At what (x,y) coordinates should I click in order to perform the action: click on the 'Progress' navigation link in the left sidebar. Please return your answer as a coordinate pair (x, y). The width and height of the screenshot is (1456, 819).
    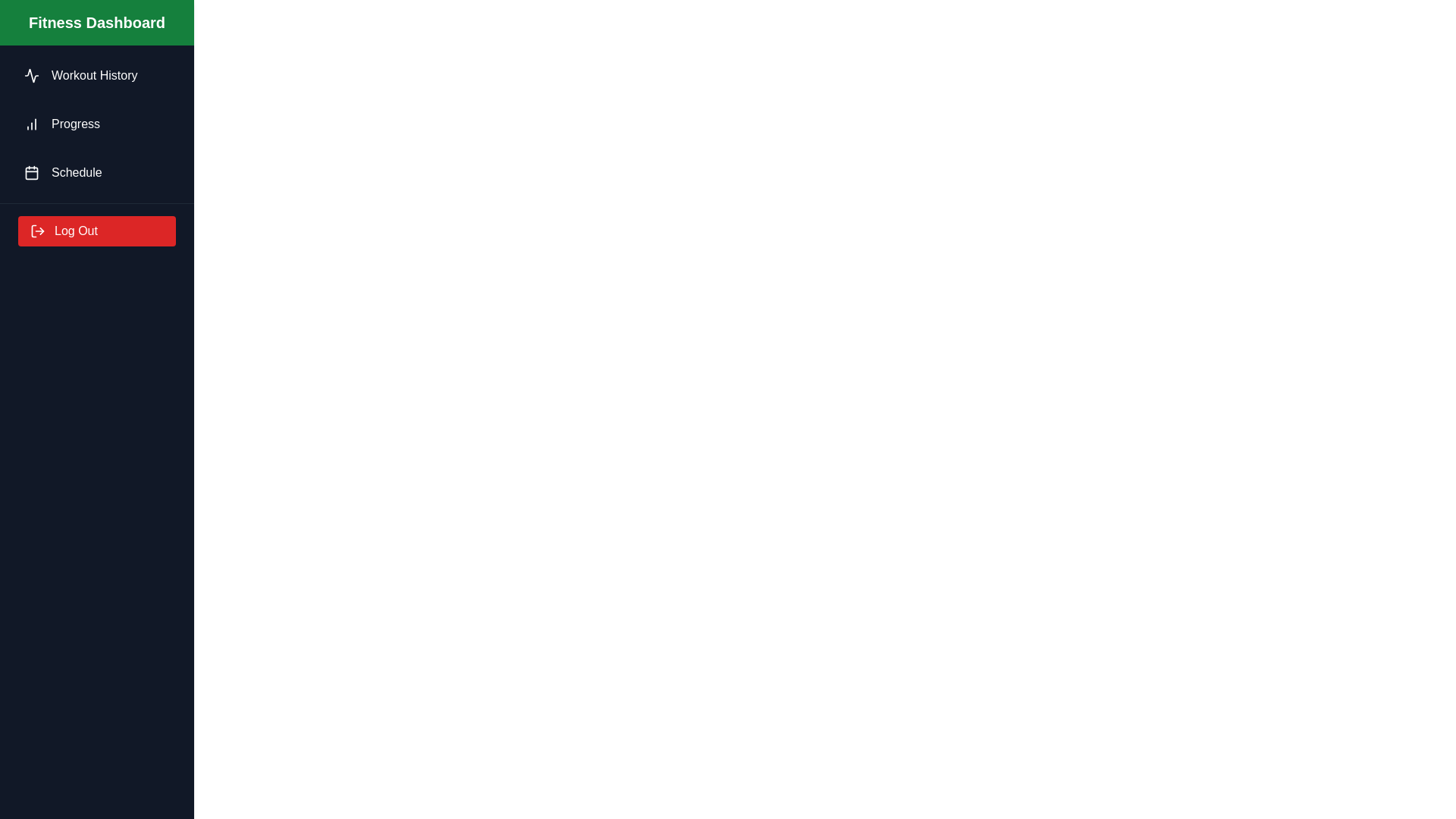
    Looking at the image, I should click on (96, 124).